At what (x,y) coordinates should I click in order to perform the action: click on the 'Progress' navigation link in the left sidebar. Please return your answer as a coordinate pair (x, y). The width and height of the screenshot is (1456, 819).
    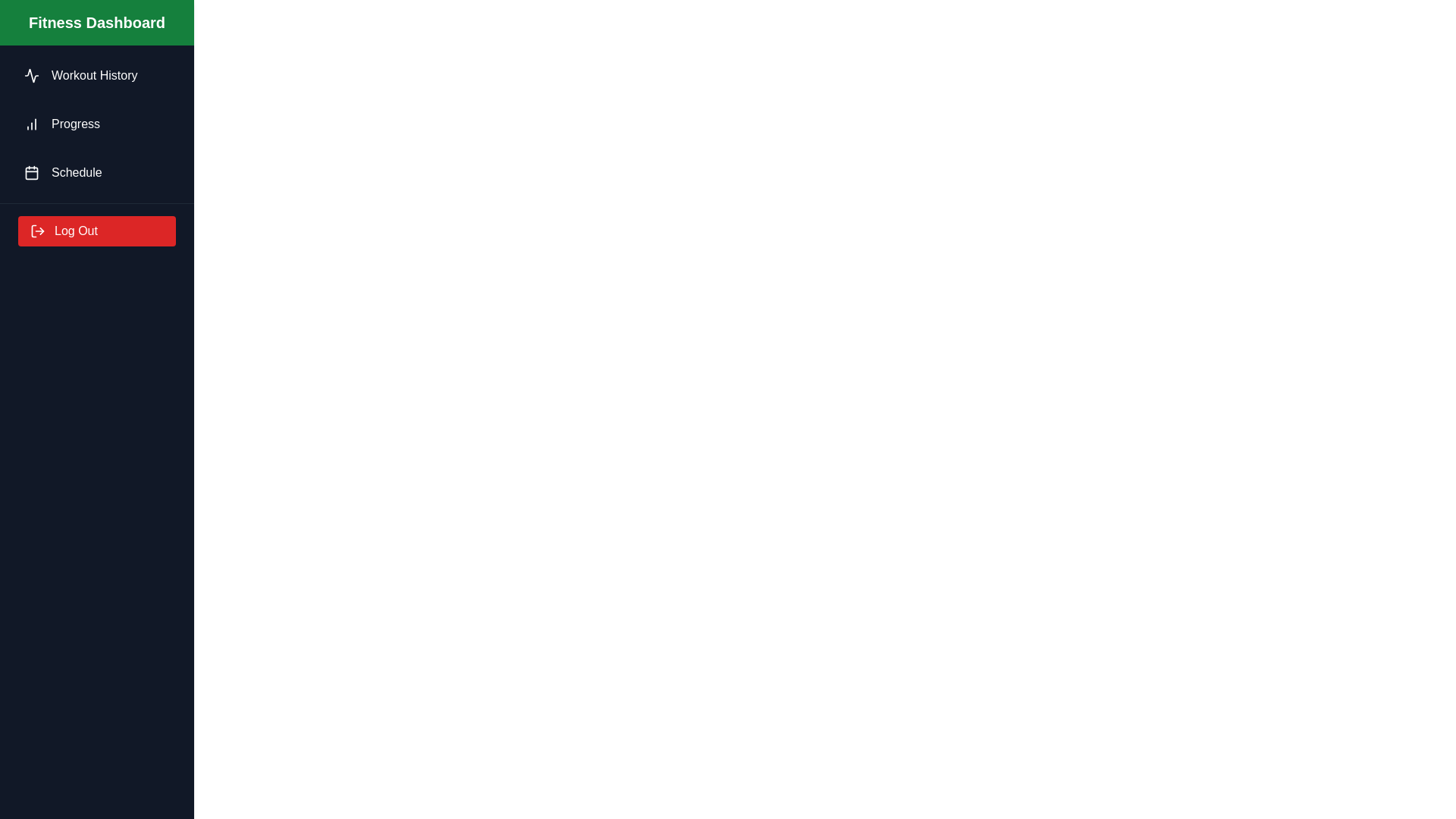
    Looking at the image, I should click on (96, 124).